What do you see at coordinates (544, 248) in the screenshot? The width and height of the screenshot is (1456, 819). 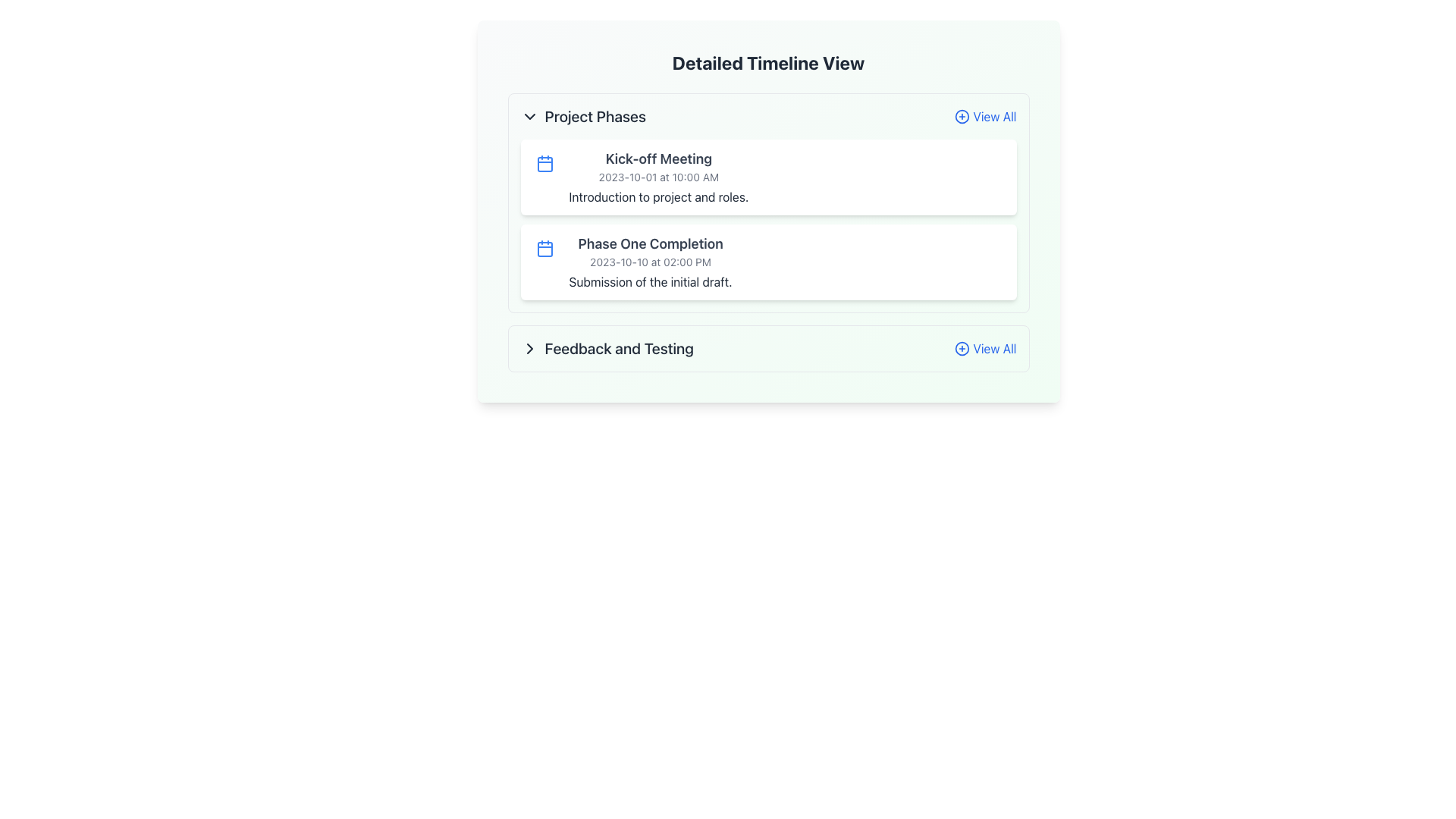 I see `the inner square of the calendar icon located in the second event card of the Project Phases section, next to the event title 'Phase One Completion.'` at bounding box center [544, 248].